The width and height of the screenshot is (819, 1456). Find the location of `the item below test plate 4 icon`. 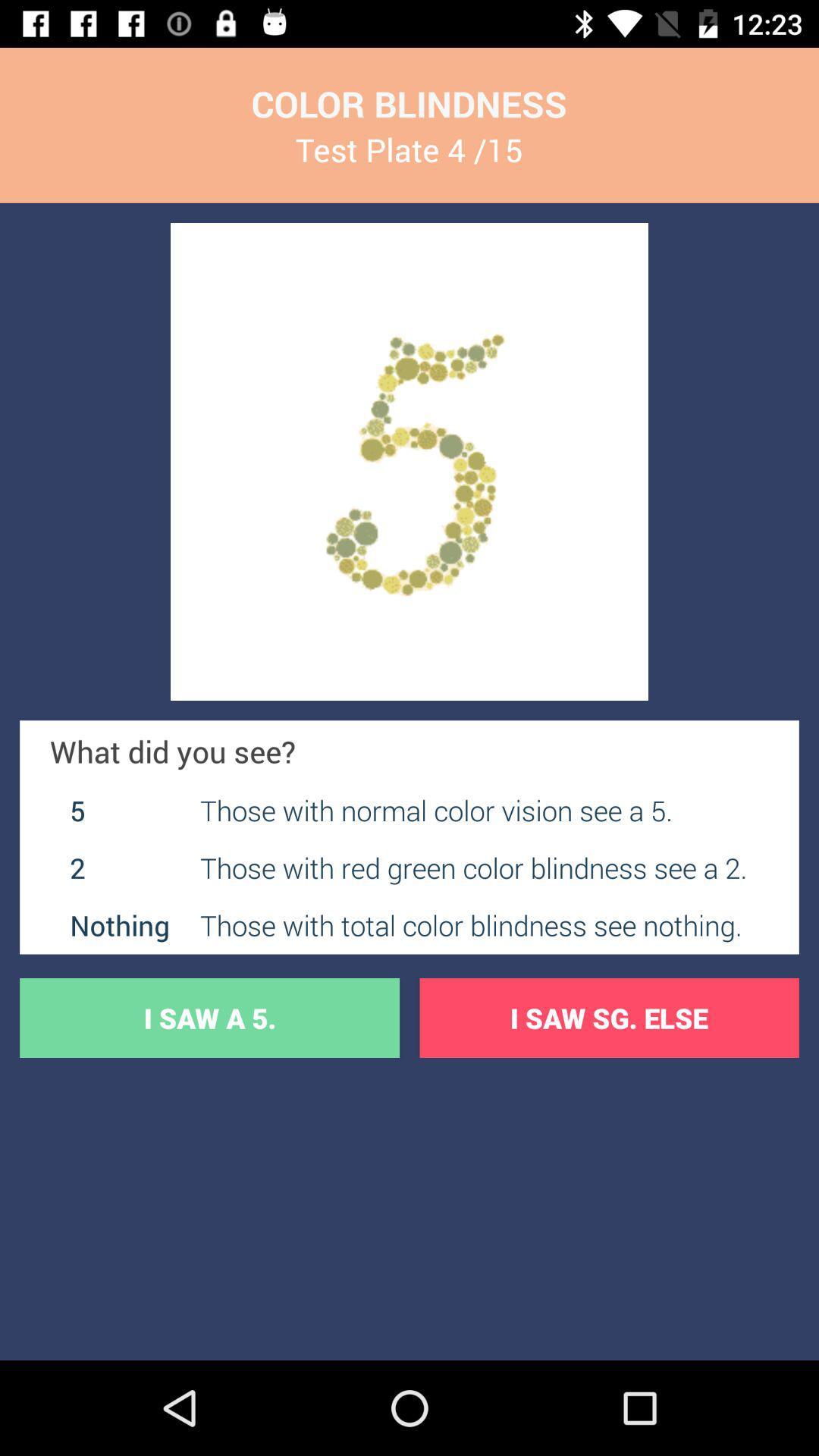

the item below test plate 4 icon is located at coordinates (409, 461).